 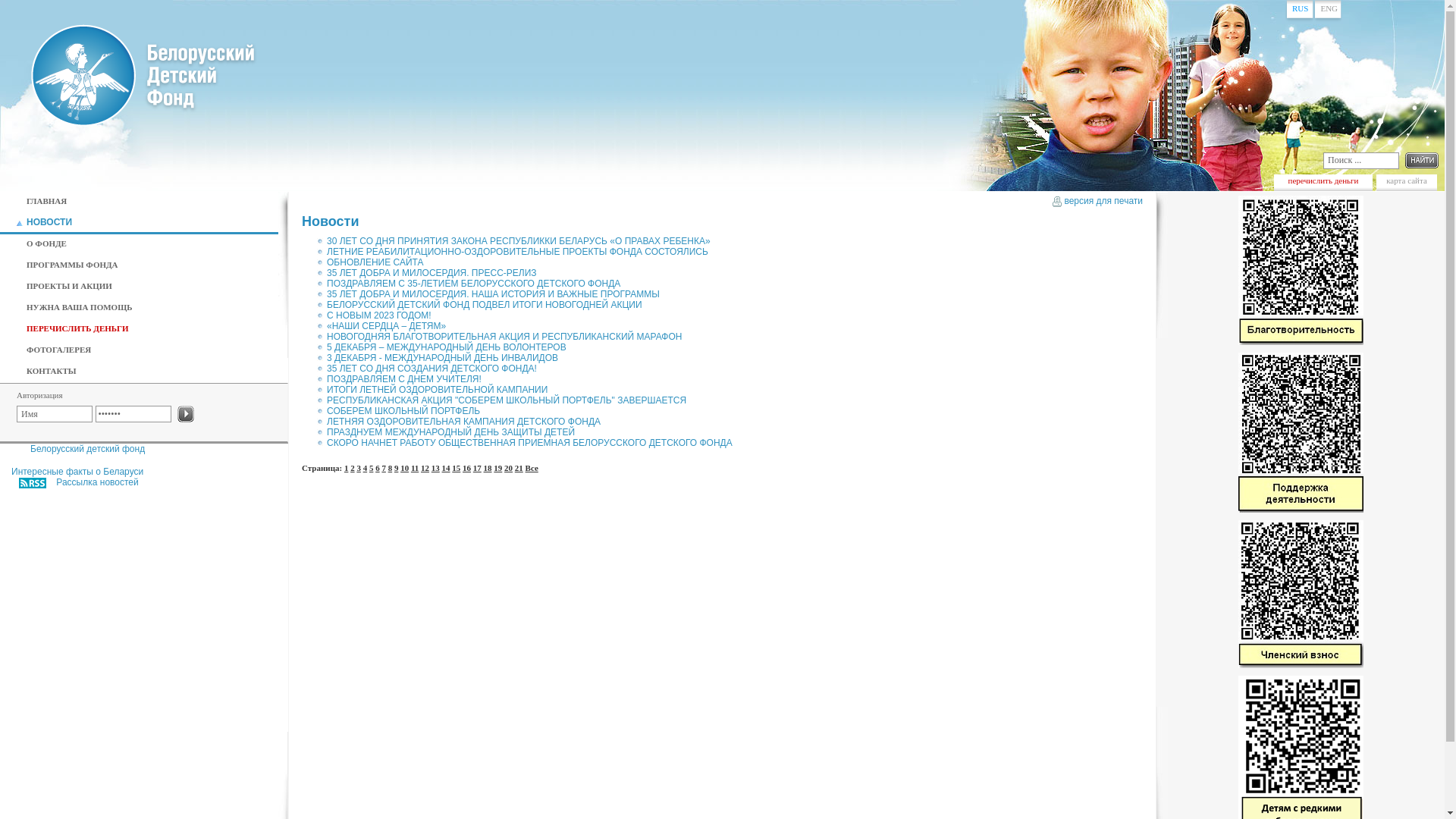 What do you see at coordinates (358, 463) in the screenshot?
I see `'3'` at bounding box center [358, 463].